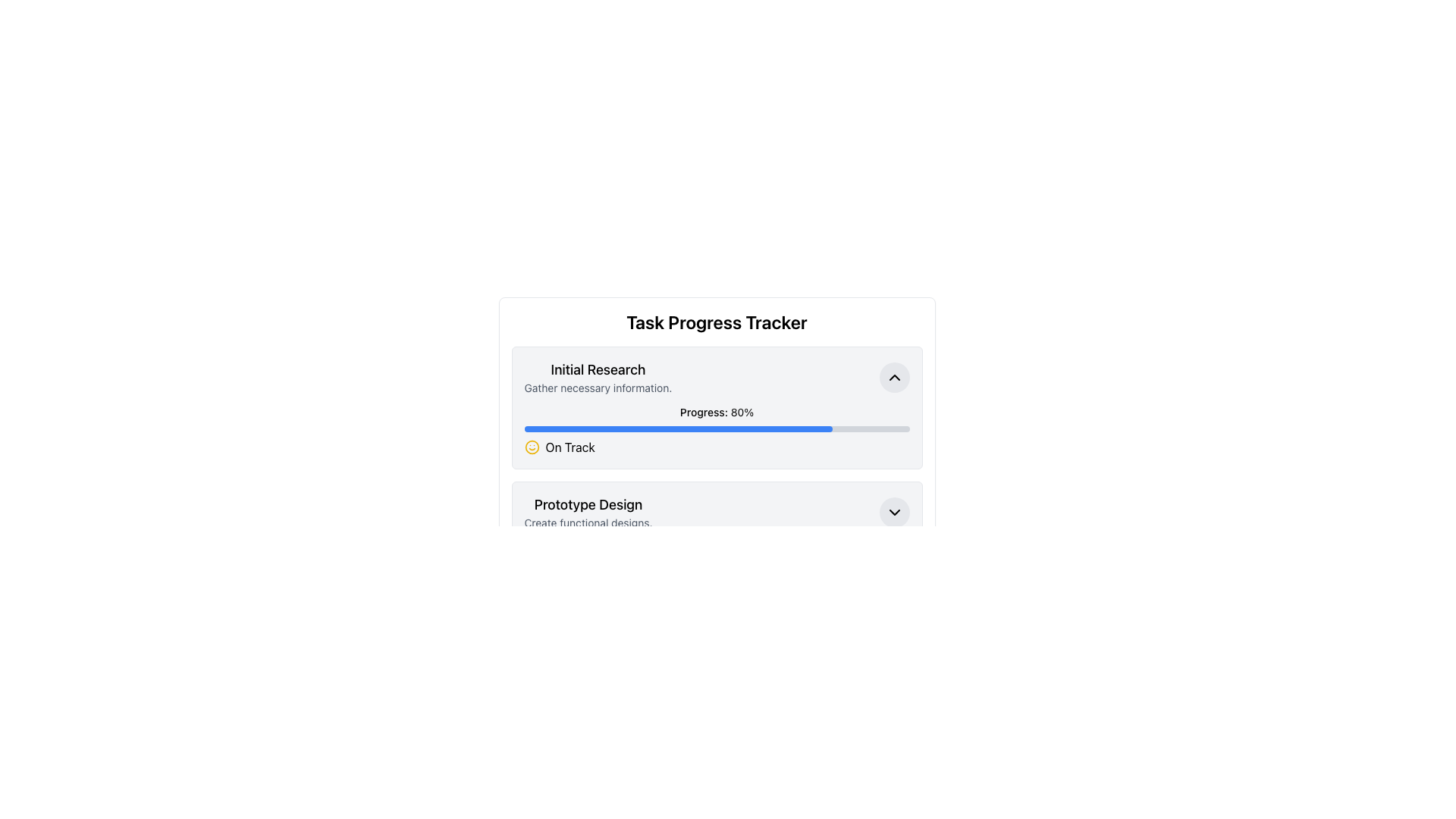  What do you see at coordinates (716, 406) in the screenshot?
I see `the progress card at the top of the task progress tracker` at bounding box center [716, 406].